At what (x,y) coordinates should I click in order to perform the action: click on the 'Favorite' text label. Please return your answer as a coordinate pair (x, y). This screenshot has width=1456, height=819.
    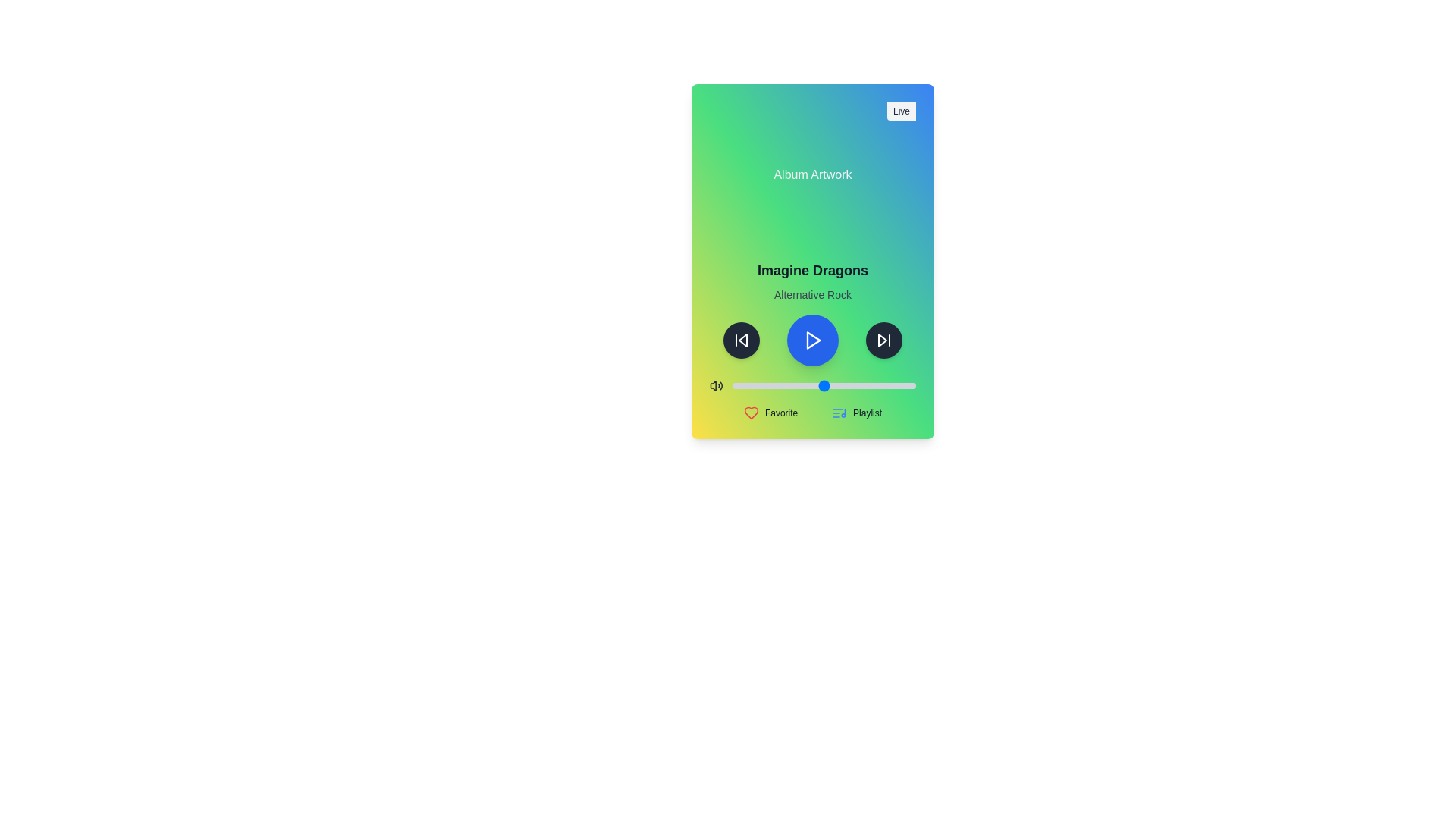
    Looking at the image, I should click on (781, 413).